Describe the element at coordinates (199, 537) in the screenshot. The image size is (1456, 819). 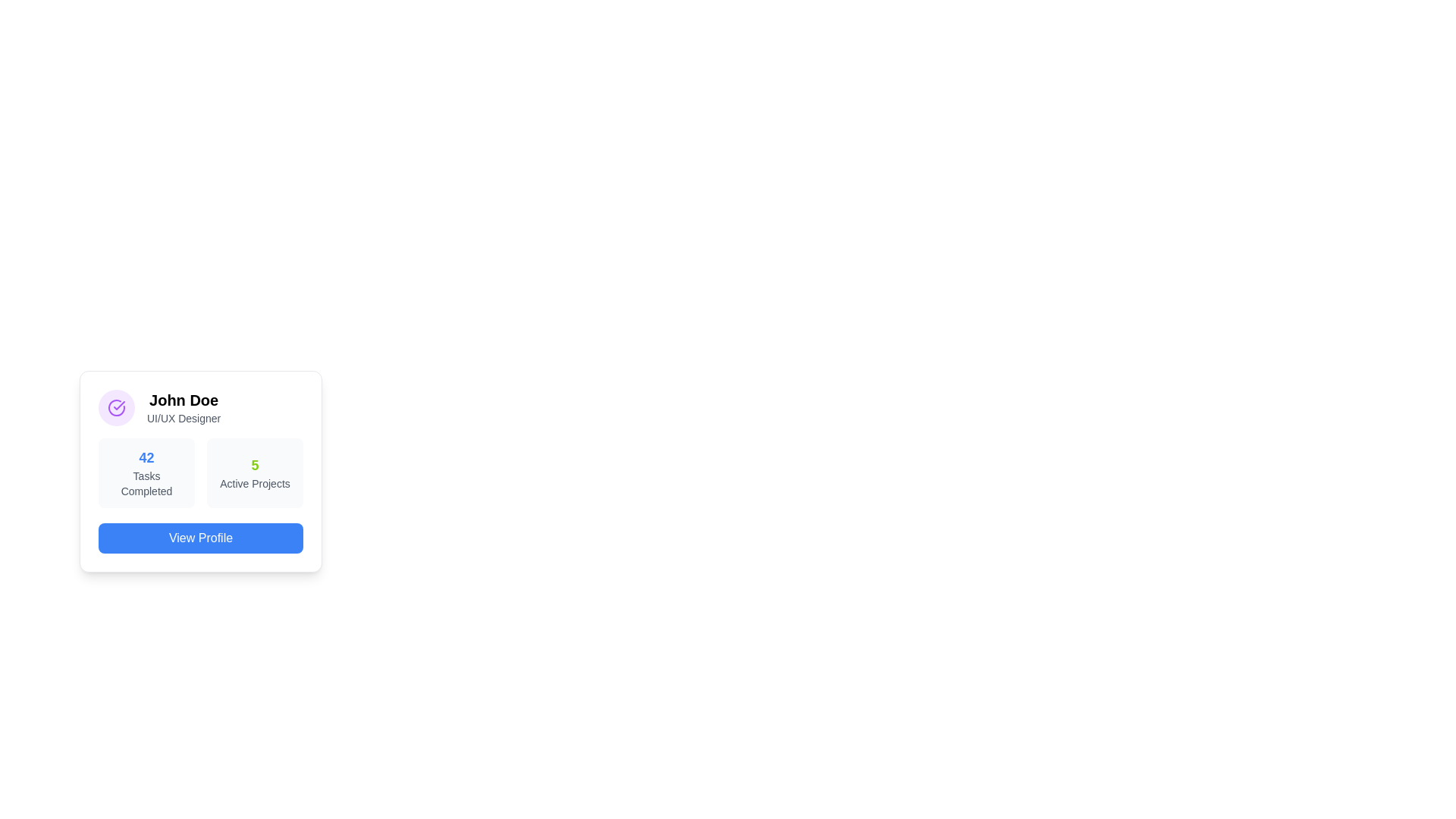
I see `the button located at the bottom of the card layout containing details about 'John Doe', 'UI/UX Designer', '42 Tasks Completed', and '5 Active Projects' to trigger the hover effect` at that location.